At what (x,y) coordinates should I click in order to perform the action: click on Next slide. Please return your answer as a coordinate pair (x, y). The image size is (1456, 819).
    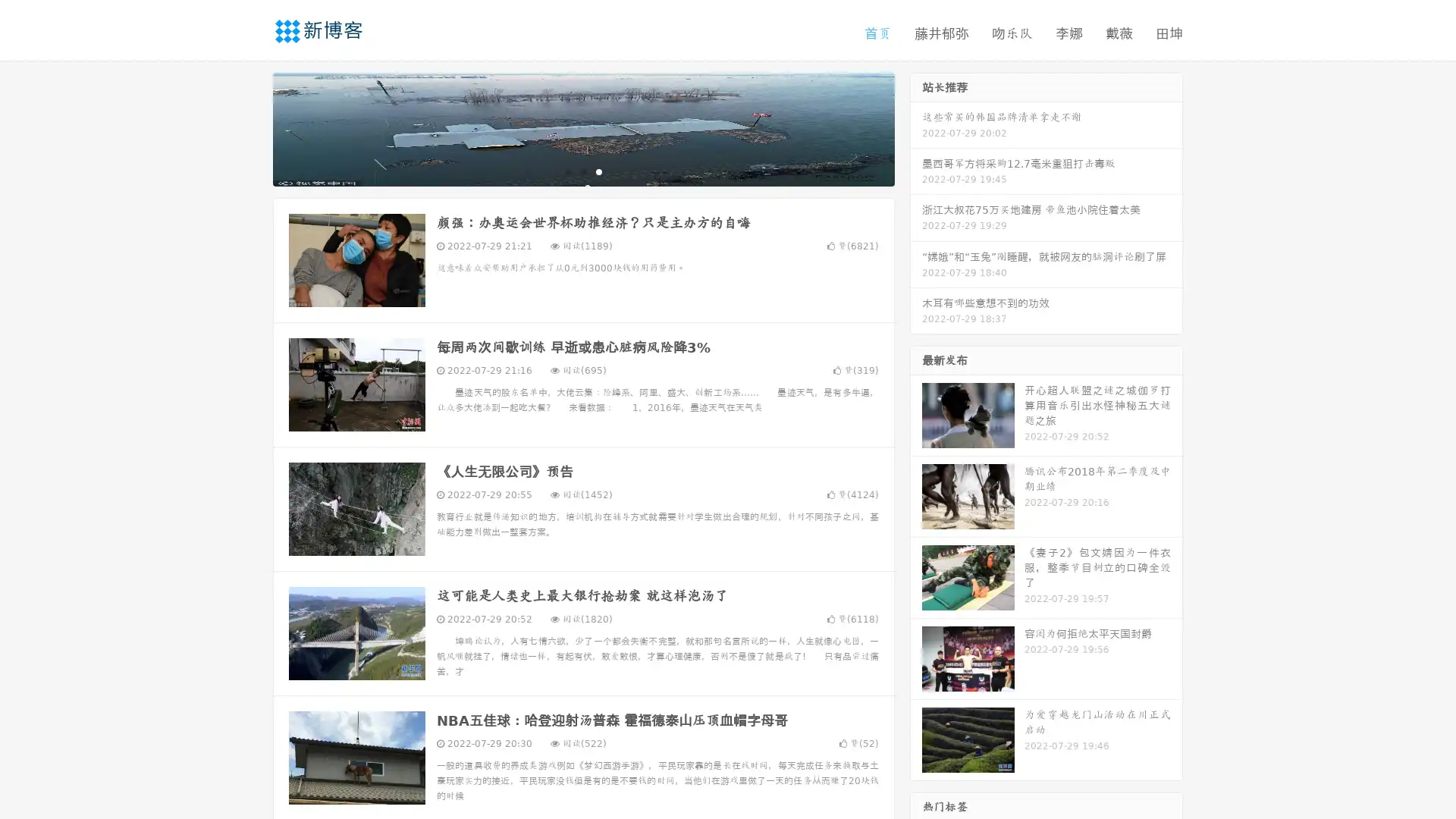
    Looking at the image, I should click on (916, 127).